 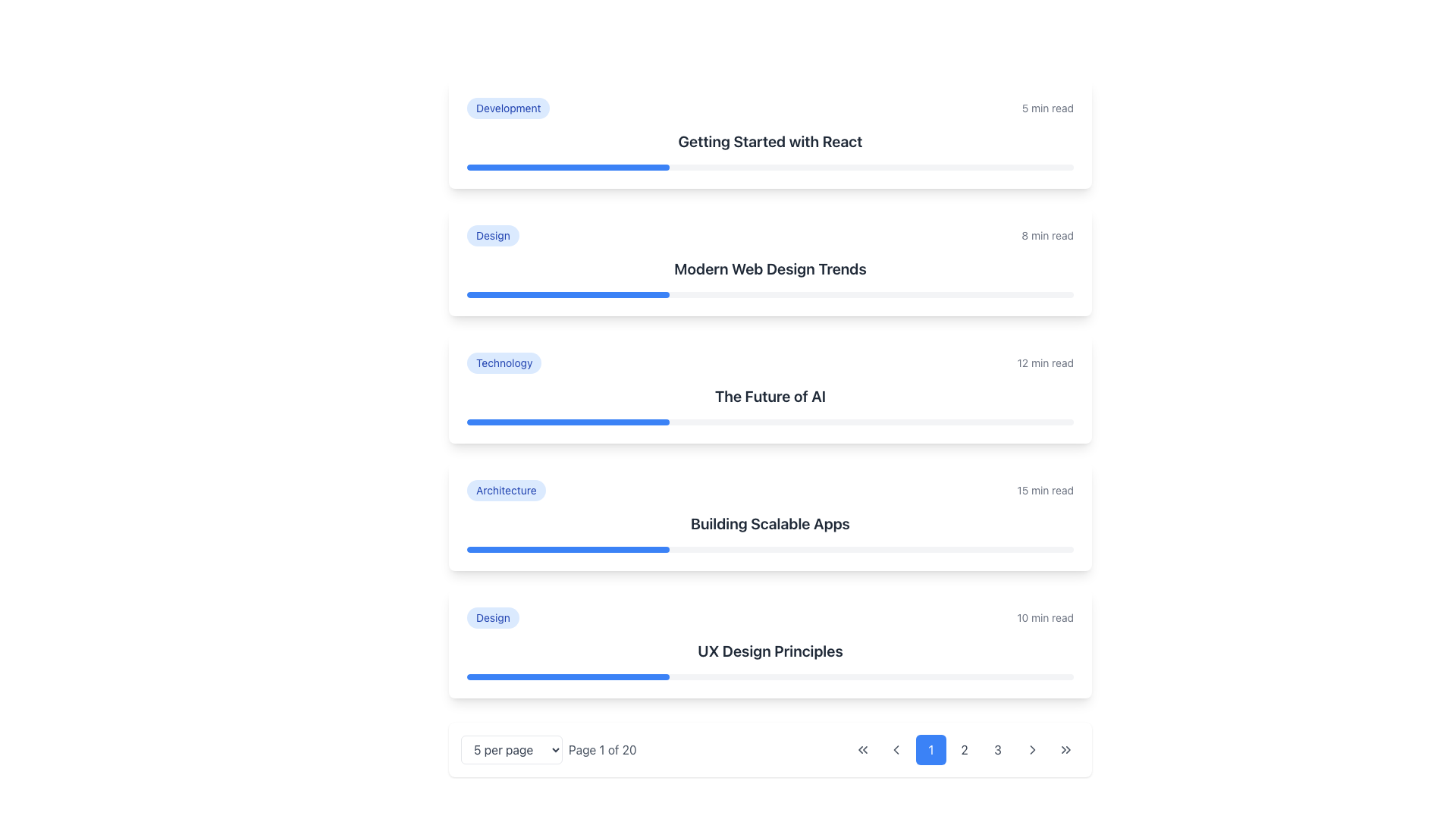 What do you see at coordinates (528, 295) in the screenshot?
I see `progress` at bounding box center [528, 295].